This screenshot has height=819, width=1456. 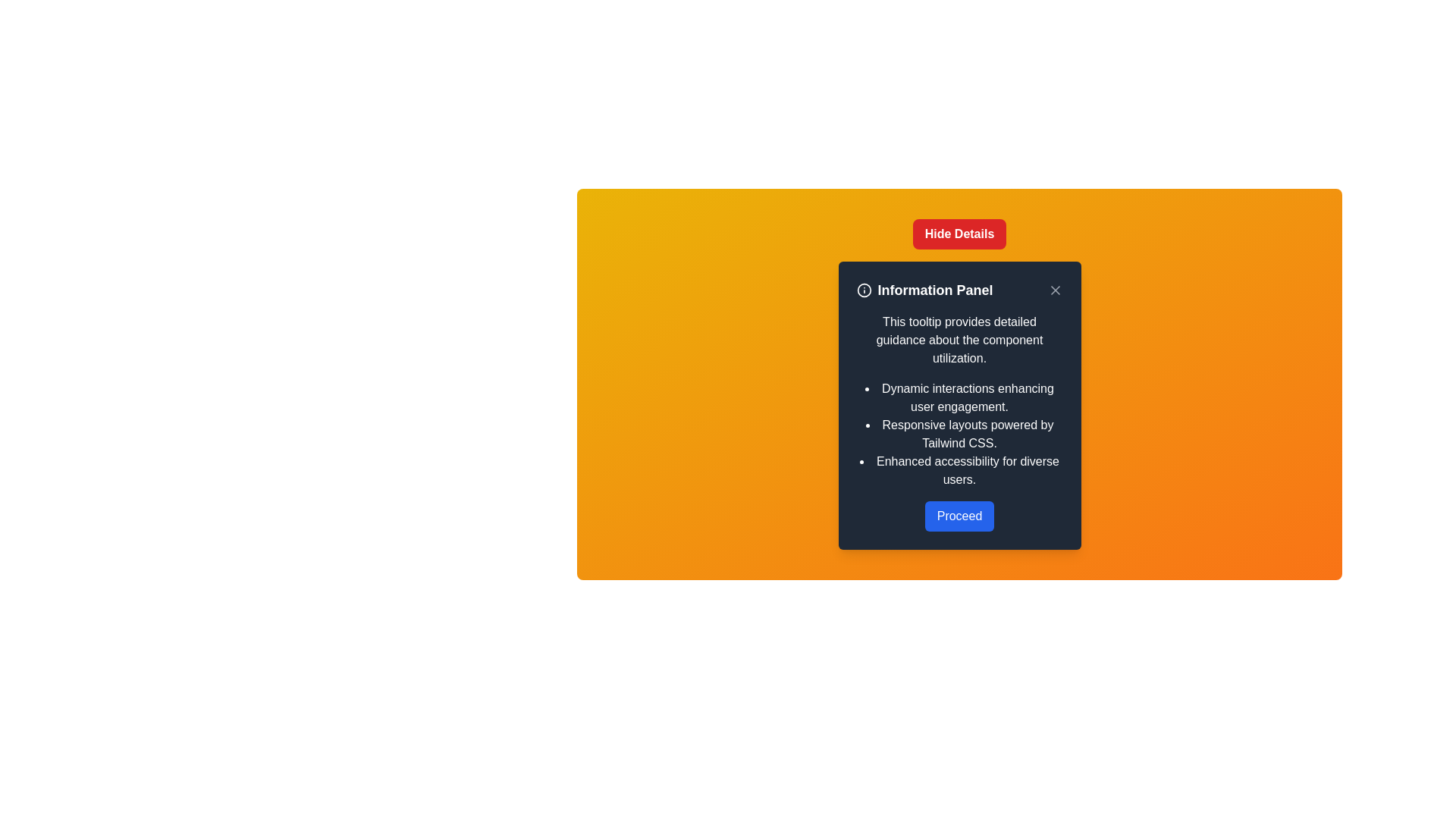 What do you see at coordinates (864, 290) in the screenshot?
I see `the hollow circular SVG element located at the top-left of the tooltip panel, which is part of the informational icon in the 'Information Panel'` at bounding box center [864, 290].